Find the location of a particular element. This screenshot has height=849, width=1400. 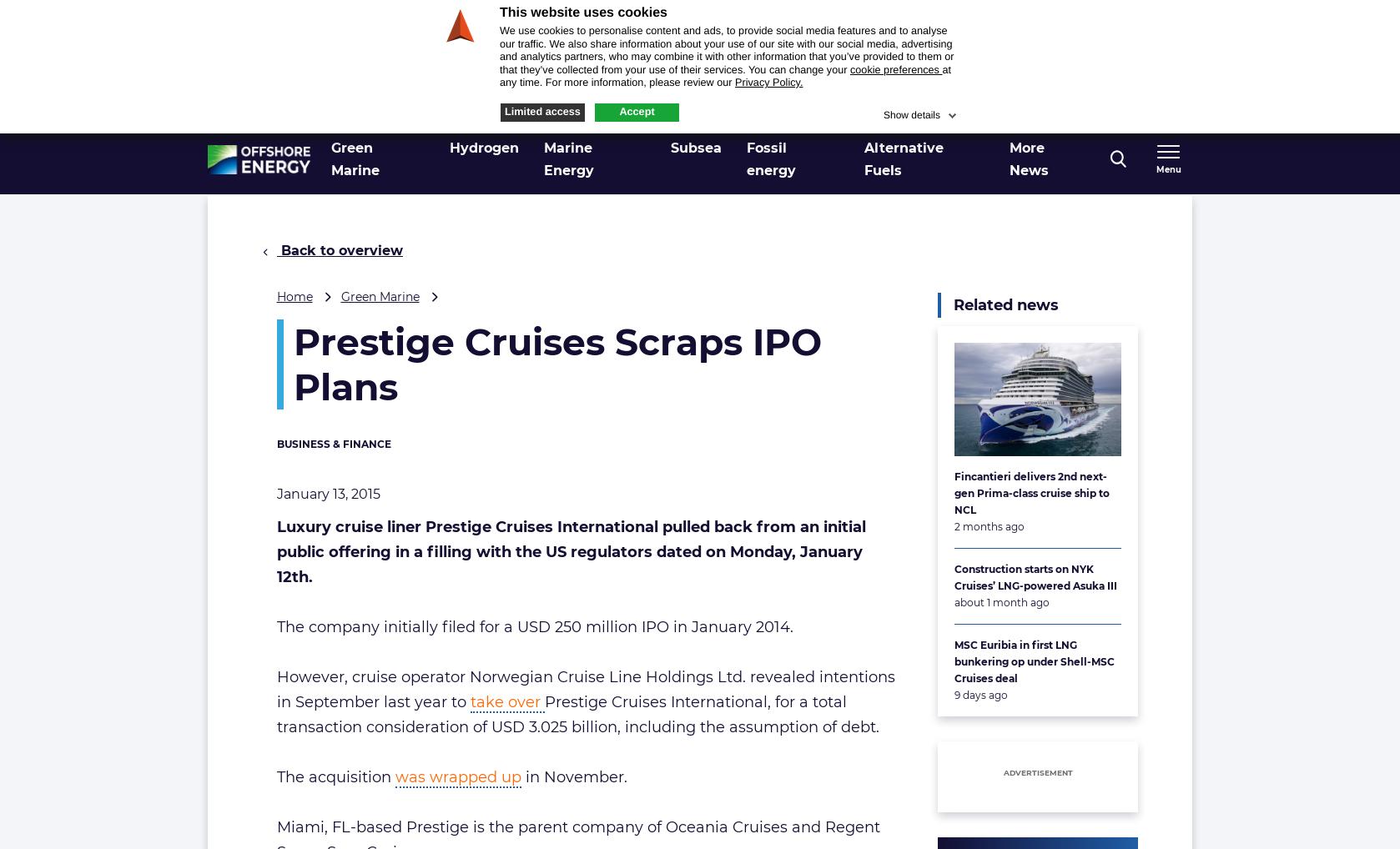

'Back to overview' is located at coordinates (340, 250).